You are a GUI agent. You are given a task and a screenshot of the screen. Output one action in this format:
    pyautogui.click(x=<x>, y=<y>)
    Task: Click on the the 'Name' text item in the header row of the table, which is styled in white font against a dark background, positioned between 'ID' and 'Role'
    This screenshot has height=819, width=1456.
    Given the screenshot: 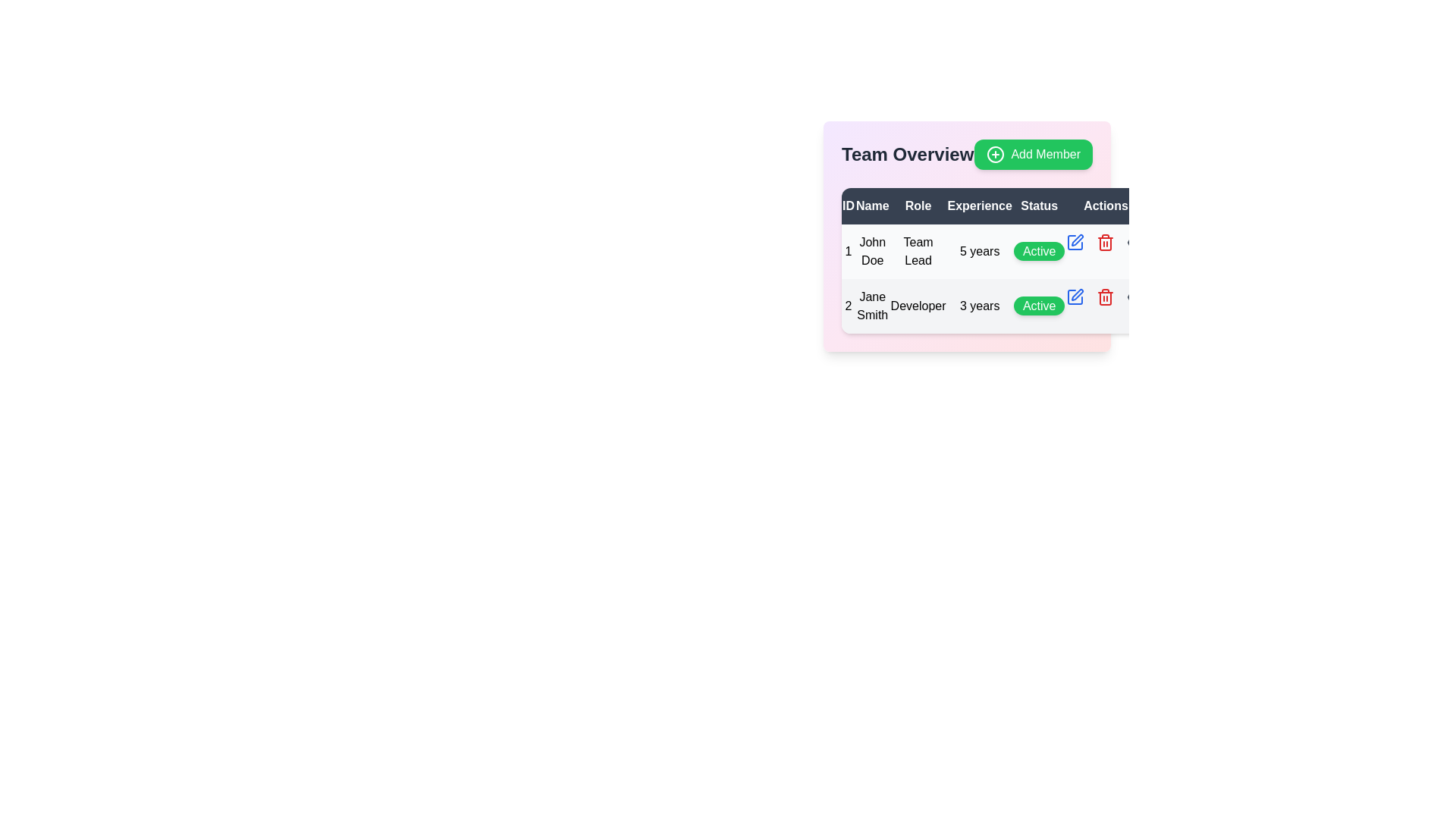 What is the action you would take?
    pyautogui.click(x=872, y=206)
    